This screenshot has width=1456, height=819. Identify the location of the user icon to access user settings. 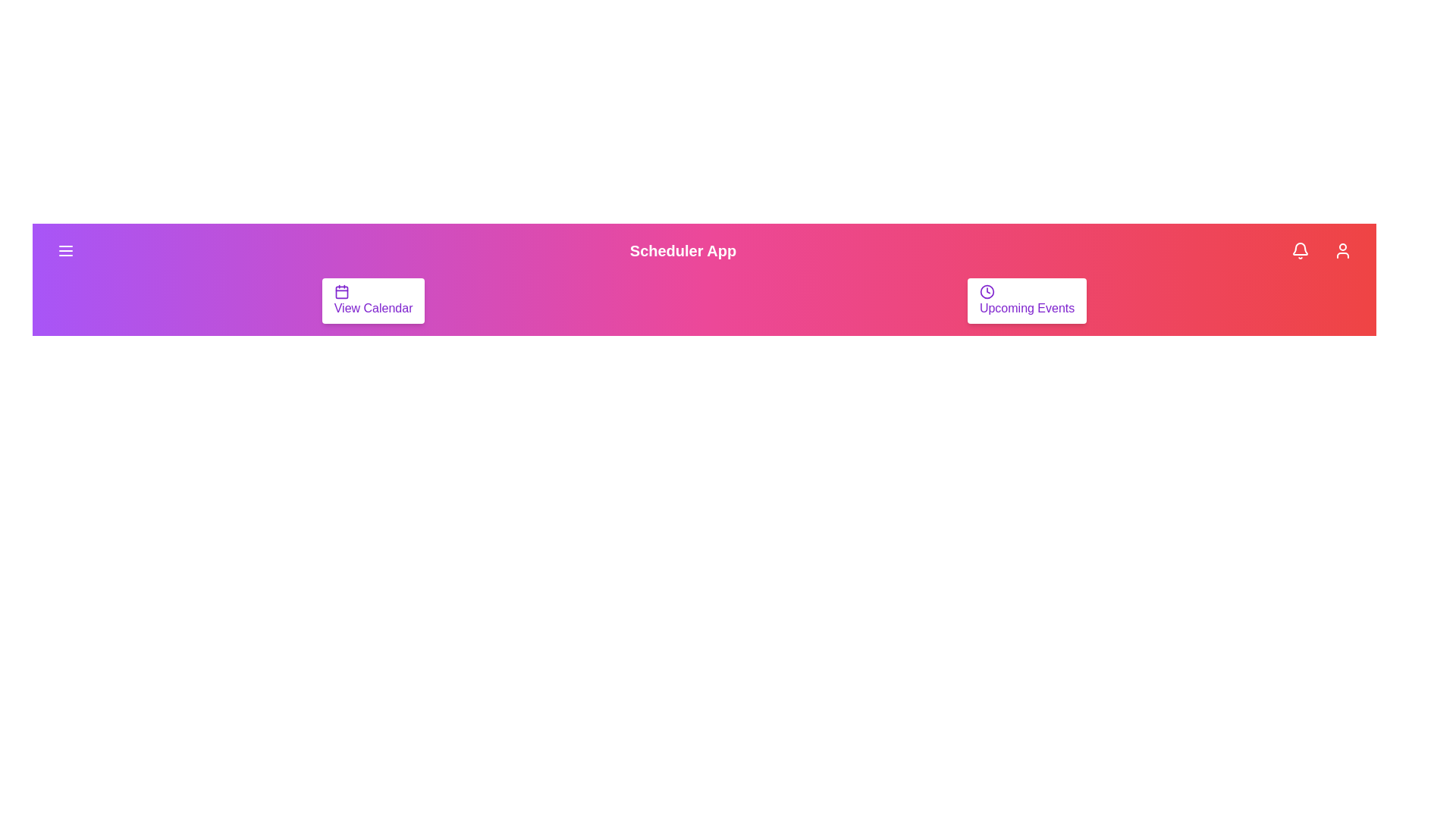
(1343, 250).